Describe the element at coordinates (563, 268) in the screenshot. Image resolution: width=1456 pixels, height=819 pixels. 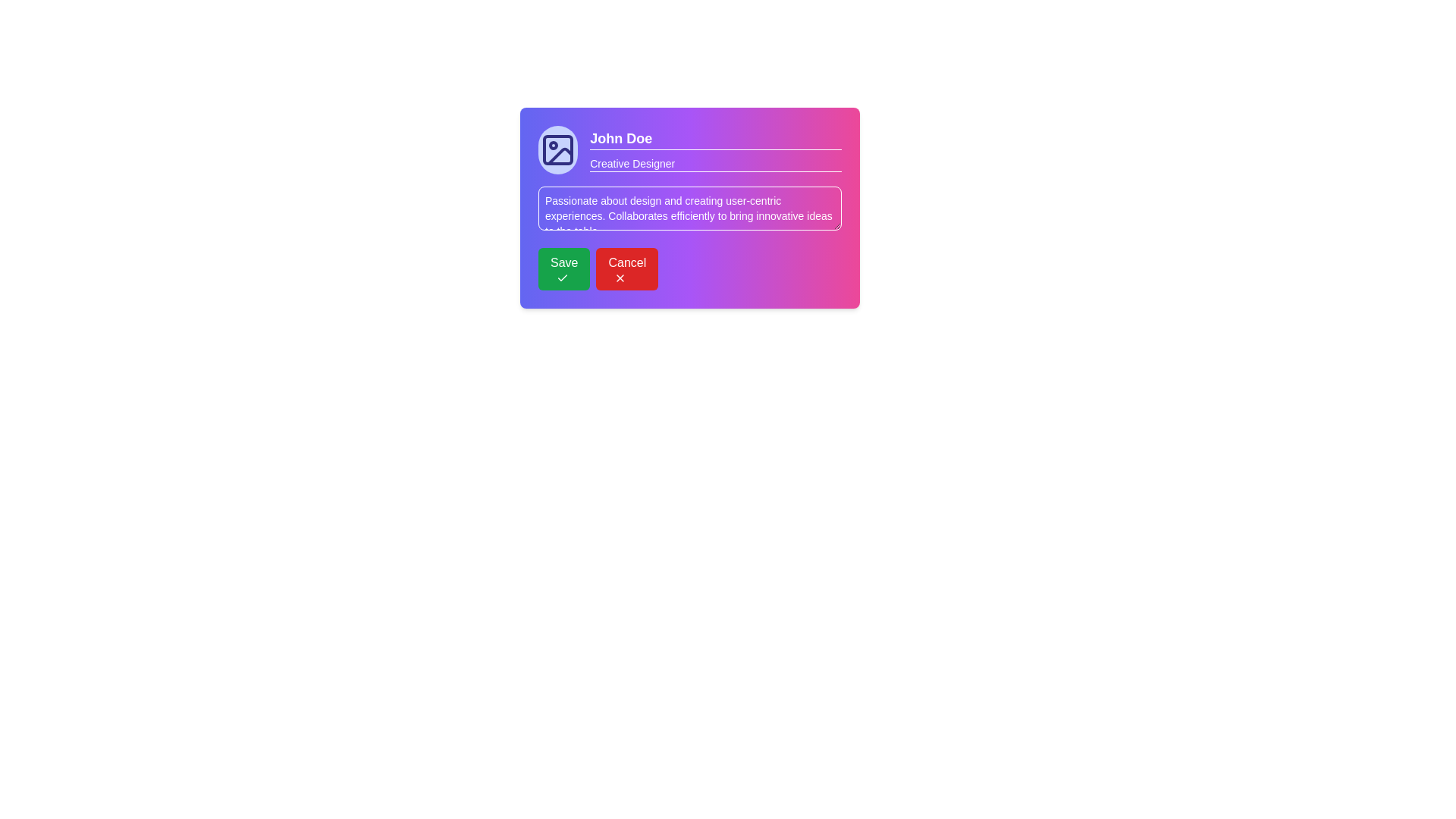
I see `the 'Save' button, which is a rectangular button with a green background and white text displaying 'Save', located on the left side of a horizontally-aligned group of buttons at the bottom of a card-like structure` at that location.